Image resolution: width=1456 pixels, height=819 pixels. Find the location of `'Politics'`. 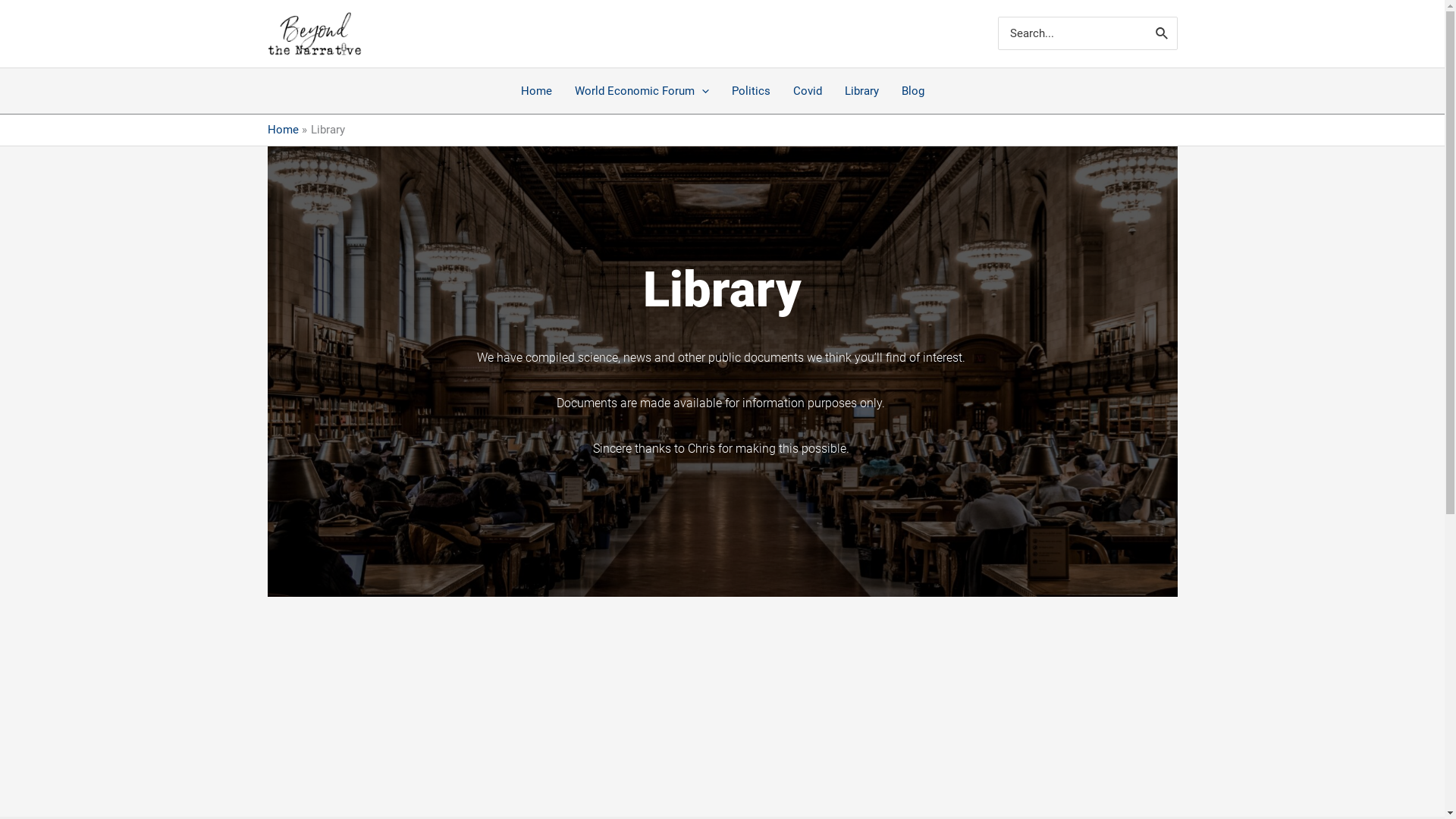

'Politics' is located at coordinates (720, 90).